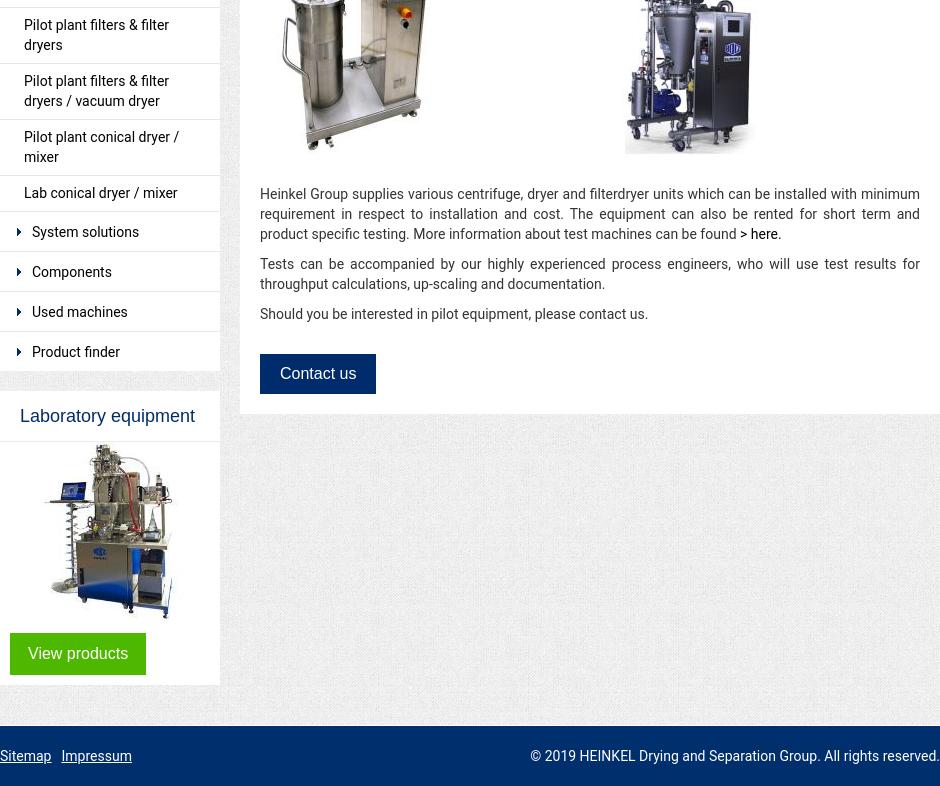 This screenshot has width=940, height=786. What do you see at coordinates (107, 415) in the screenshot?
I see `'Laboratory equipment'` at bounding box center [107, 415].